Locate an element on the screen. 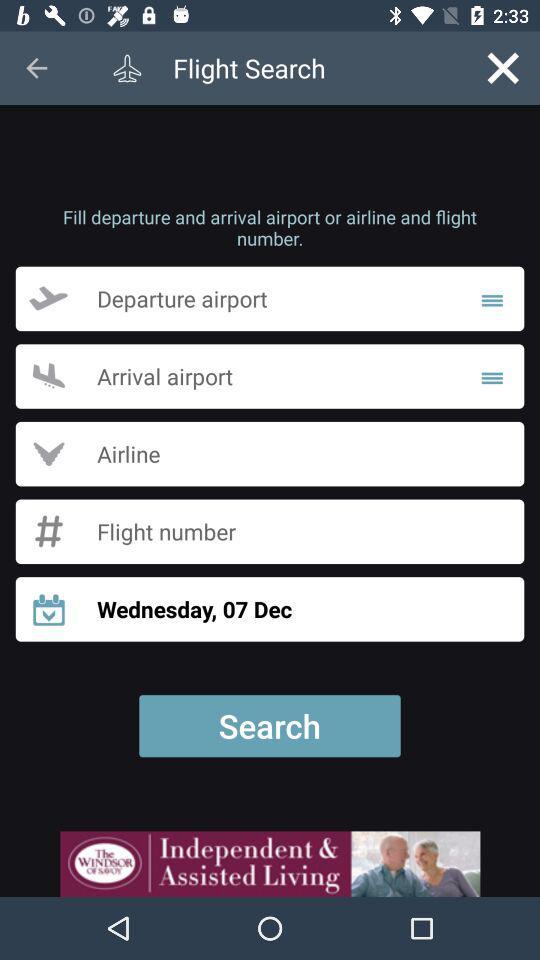 The width and height of the screenshot is (540, 960). the first plane icon on the left to the text departure airport on the web page is located at coordinates (61, 298).